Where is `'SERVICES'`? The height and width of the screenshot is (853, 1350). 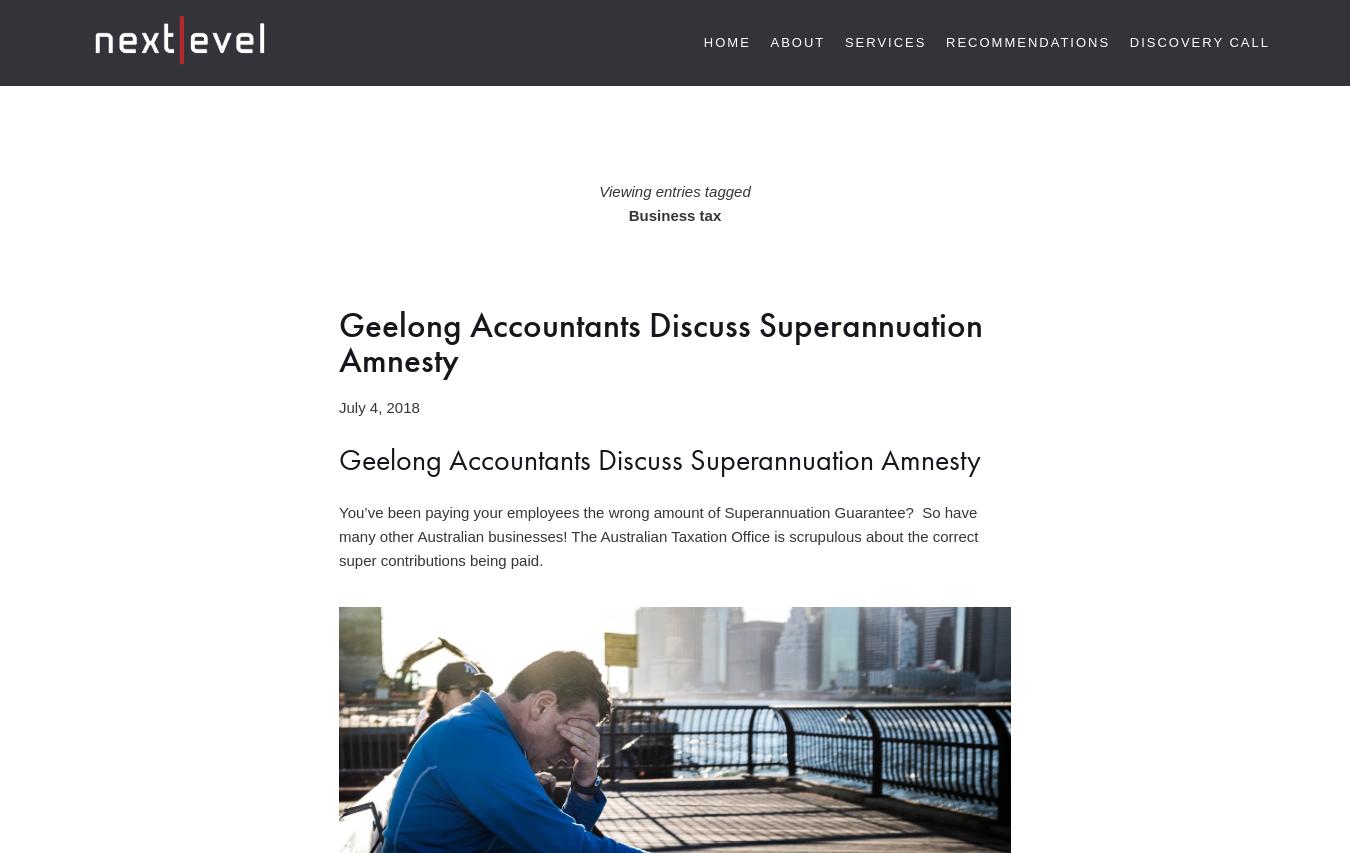
'SERVICES' is located at coordinates (885, 41).